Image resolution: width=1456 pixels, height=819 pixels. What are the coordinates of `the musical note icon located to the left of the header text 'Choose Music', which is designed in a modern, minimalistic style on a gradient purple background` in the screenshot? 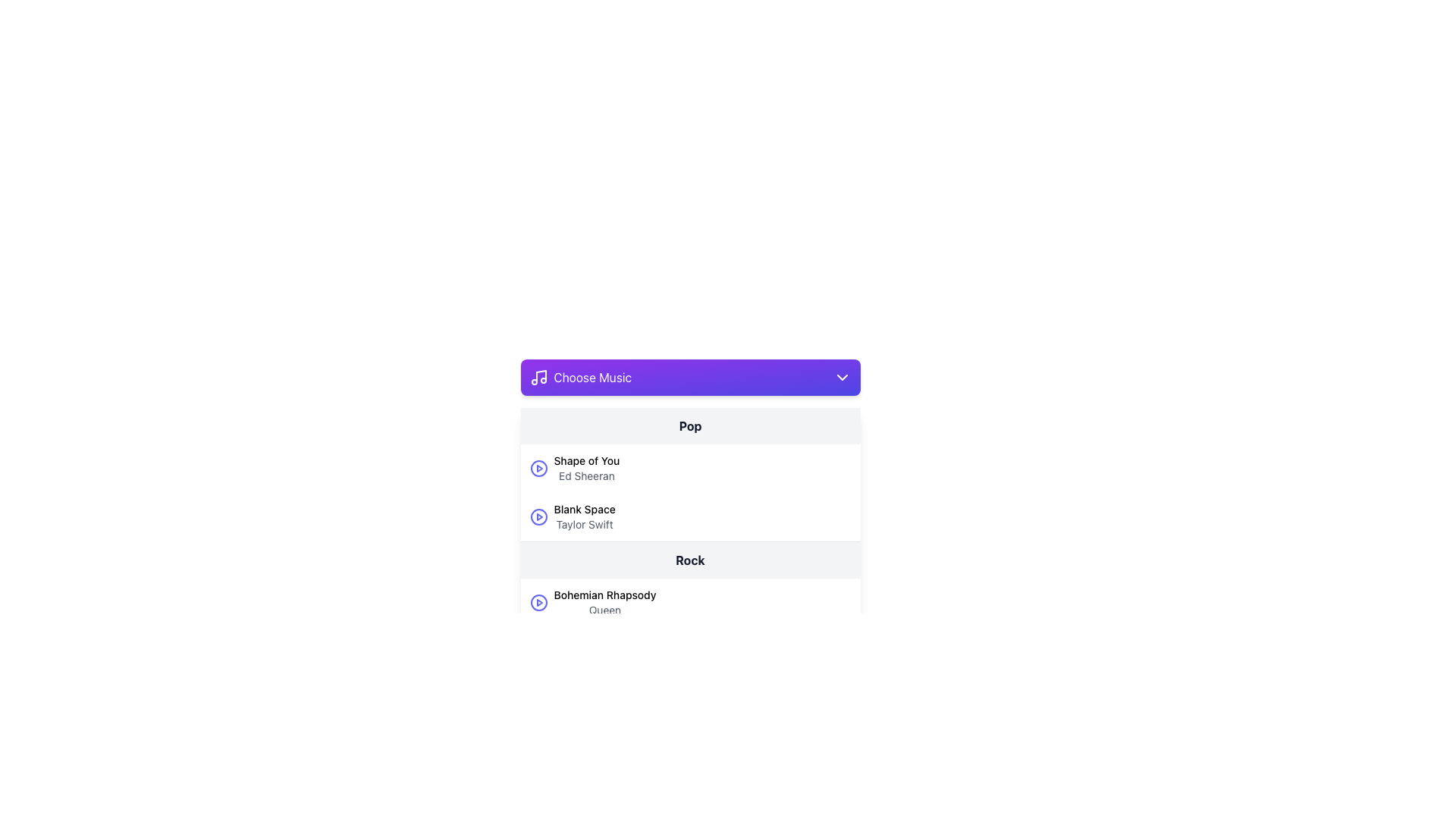 It's located at (538, 376).